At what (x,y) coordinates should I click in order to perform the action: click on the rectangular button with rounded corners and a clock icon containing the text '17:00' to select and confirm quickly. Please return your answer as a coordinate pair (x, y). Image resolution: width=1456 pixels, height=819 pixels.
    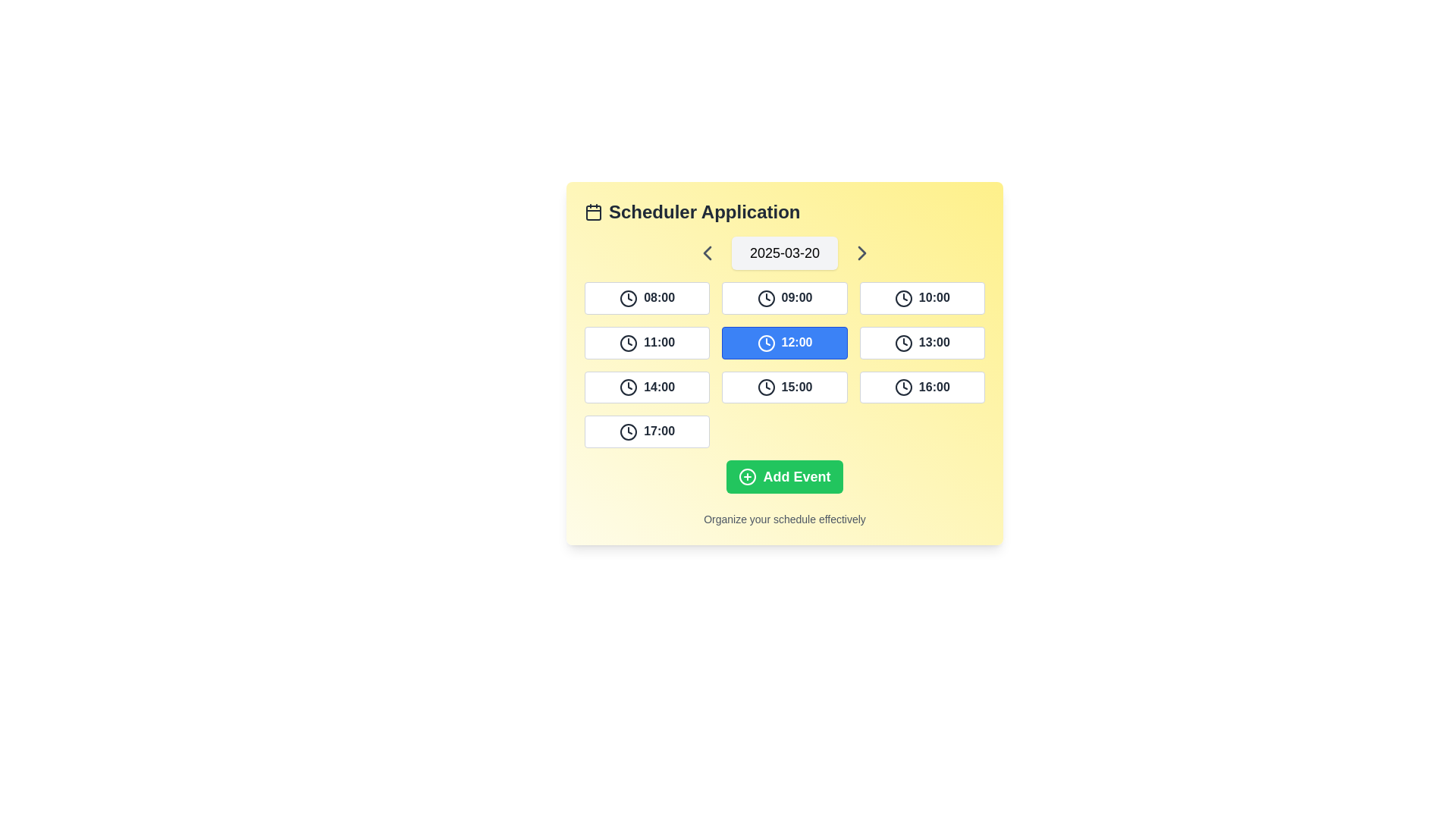
    Looking at the image, I should click on (647, 431).